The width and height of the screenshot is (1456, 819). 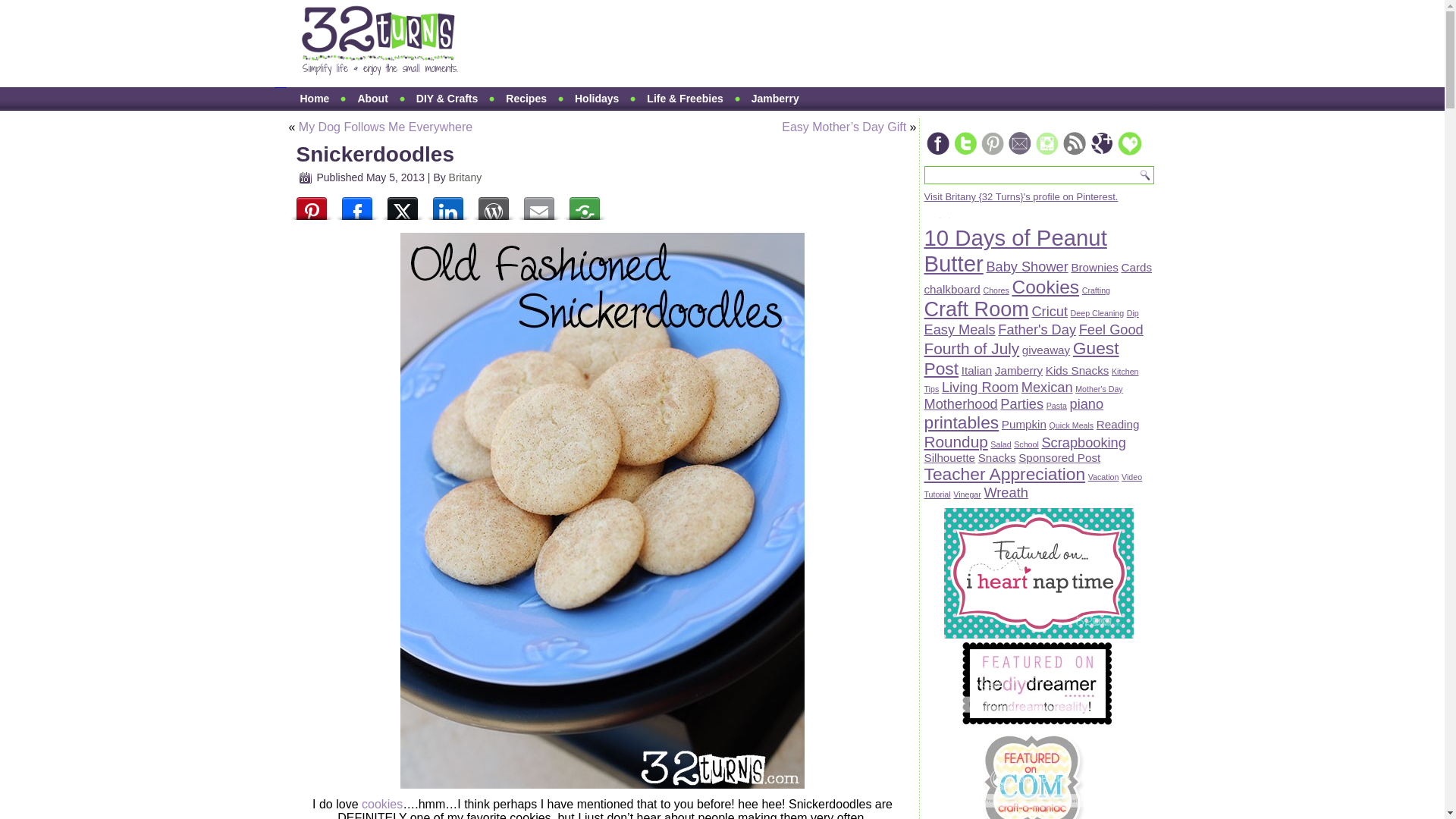 I want to click on 'Advertisement', so click(x=764, y=42).